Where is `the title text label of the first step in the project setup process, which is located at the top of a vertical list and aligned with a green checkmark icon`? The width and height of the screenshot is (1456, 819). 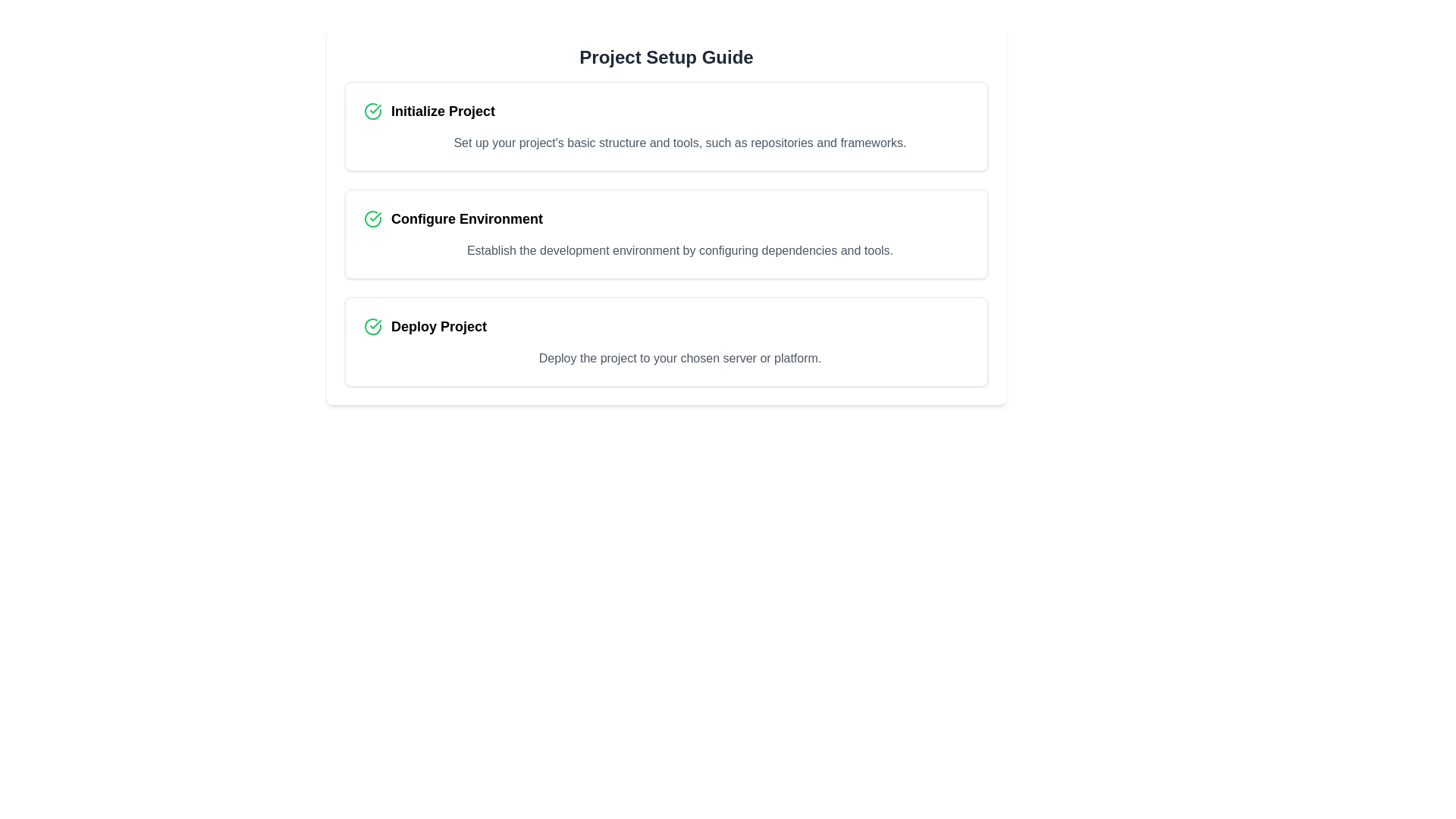 the title text label of the first step in the project setup process, which is located at the top of a vertical list and aligned with a green checkmark icon is located at coordinates (442, 110).